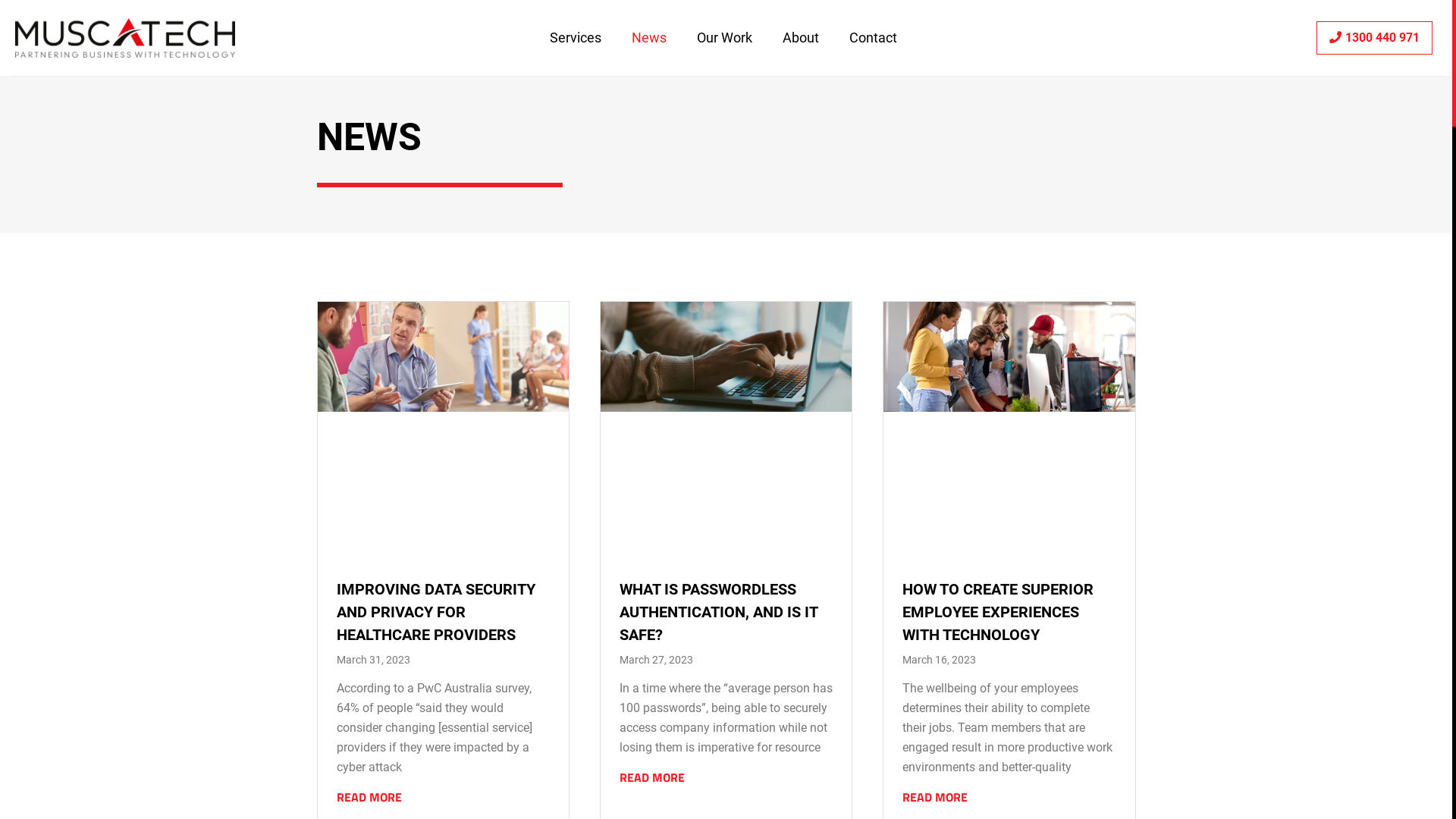 The image size is (1456, 819). What do you see at coordinates (723, 37) in the screenshot?
I see `'Our Work'` at bounding box center [723, 37].